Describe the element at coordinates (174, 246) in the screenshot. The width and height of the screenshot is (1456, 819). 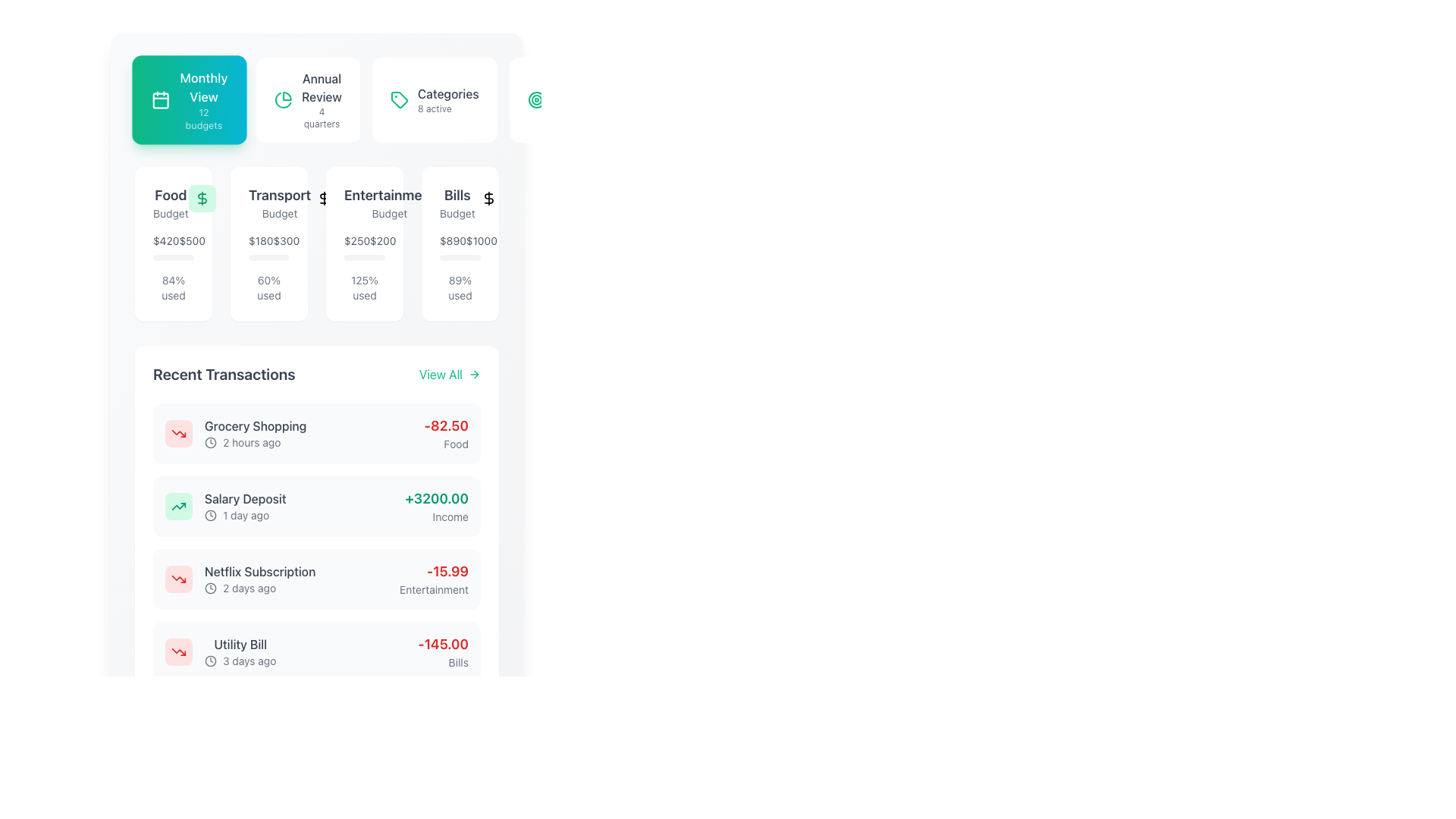
I see `text label displaying the budget amounts '$420$500' in the 'Food Budget' card under the label 'Budget'` at that location.